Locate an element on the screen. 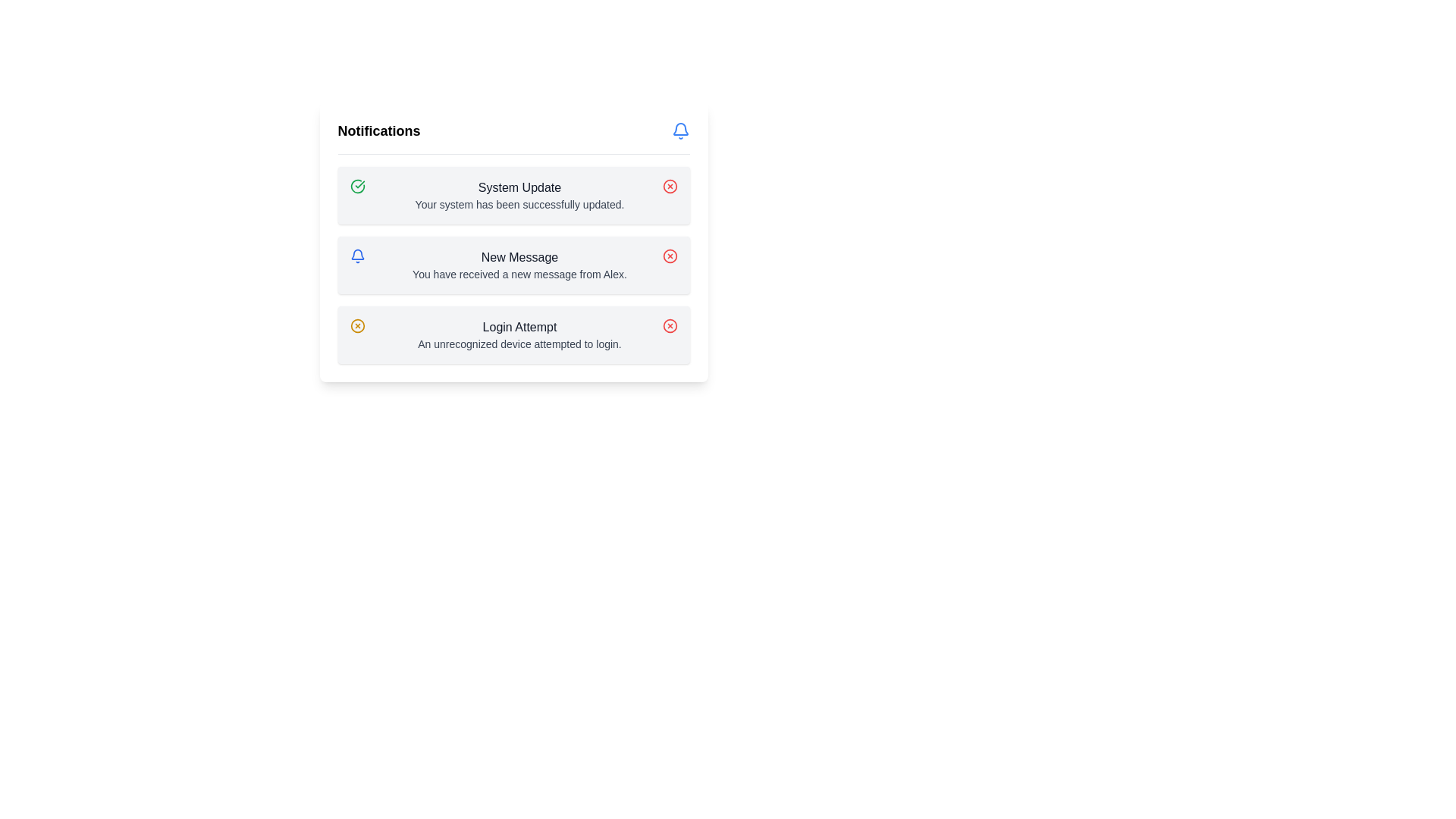  the Notification item element that displays 'New Message' and 'You have received a new message from Alex.' is located at coordinates (519, 265).